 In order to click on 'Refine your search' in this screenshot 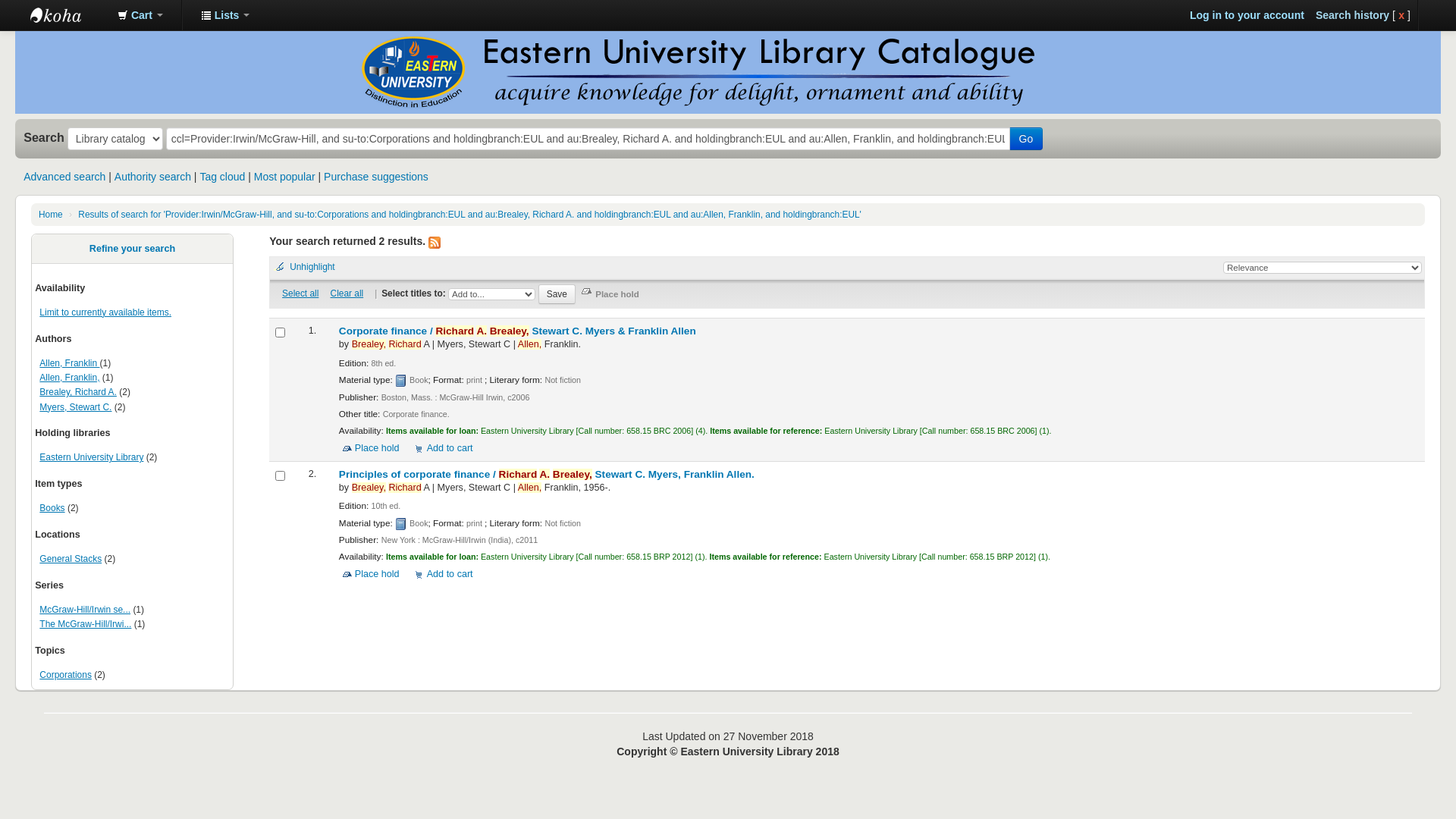, I will do `click(132, 248)`.